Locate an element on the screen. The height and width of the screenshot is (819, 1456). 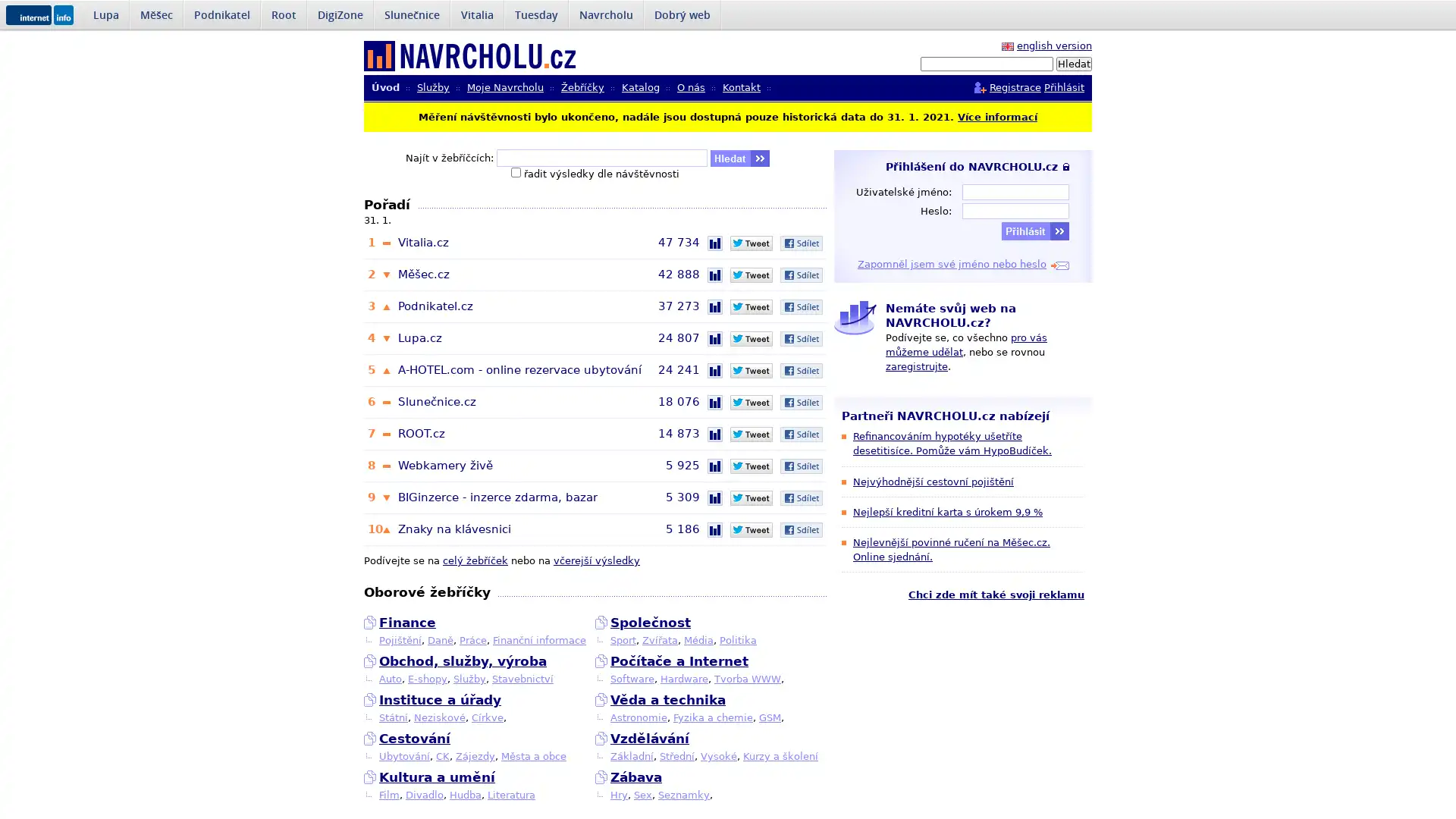
Hledat is located at coordinates (739, 158).